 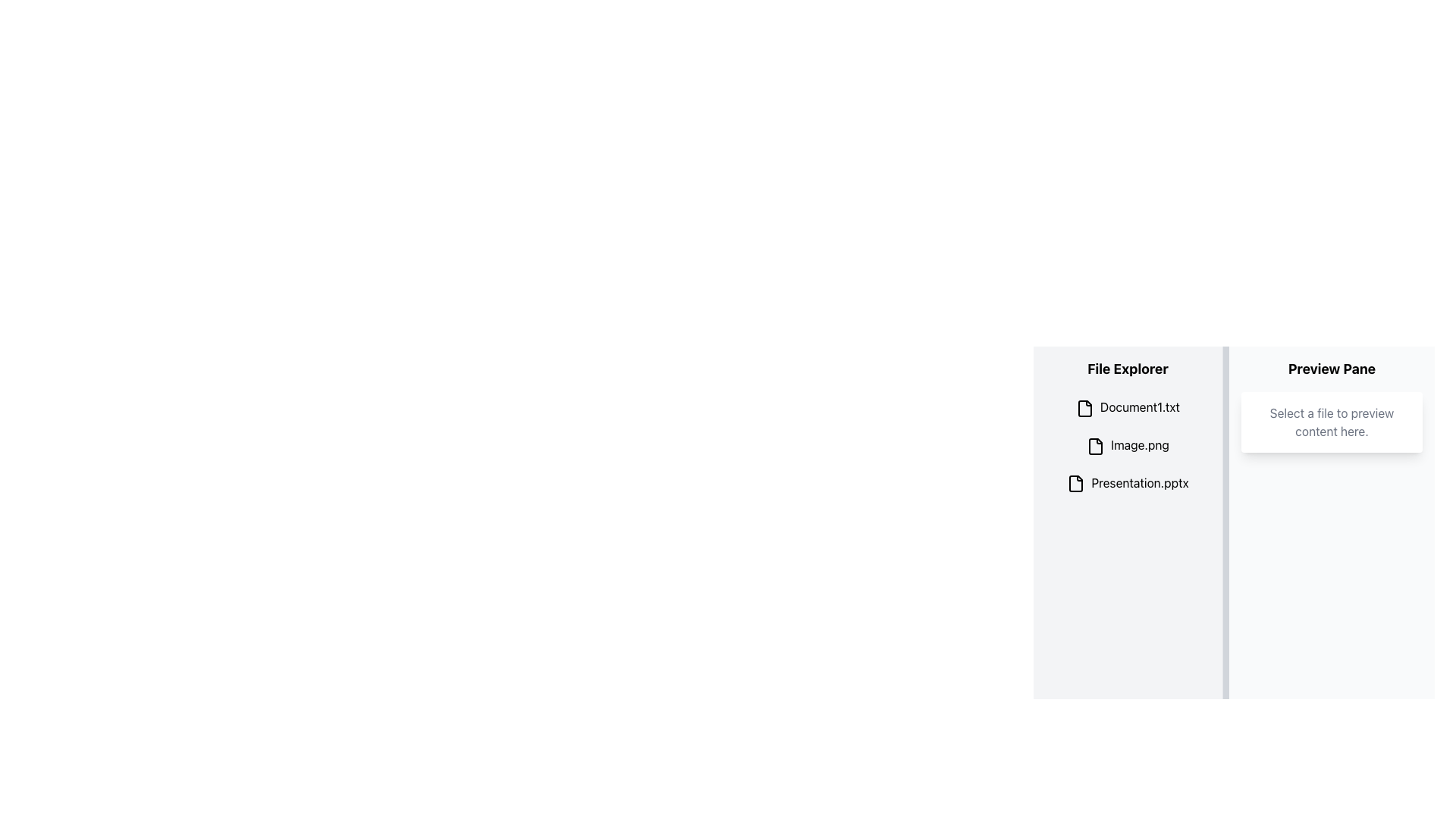 What do you see at coordinates (1331, 422) in the screenshot?
I see `the text label that reads 'Select a file` at bounding box center [1331, 422].